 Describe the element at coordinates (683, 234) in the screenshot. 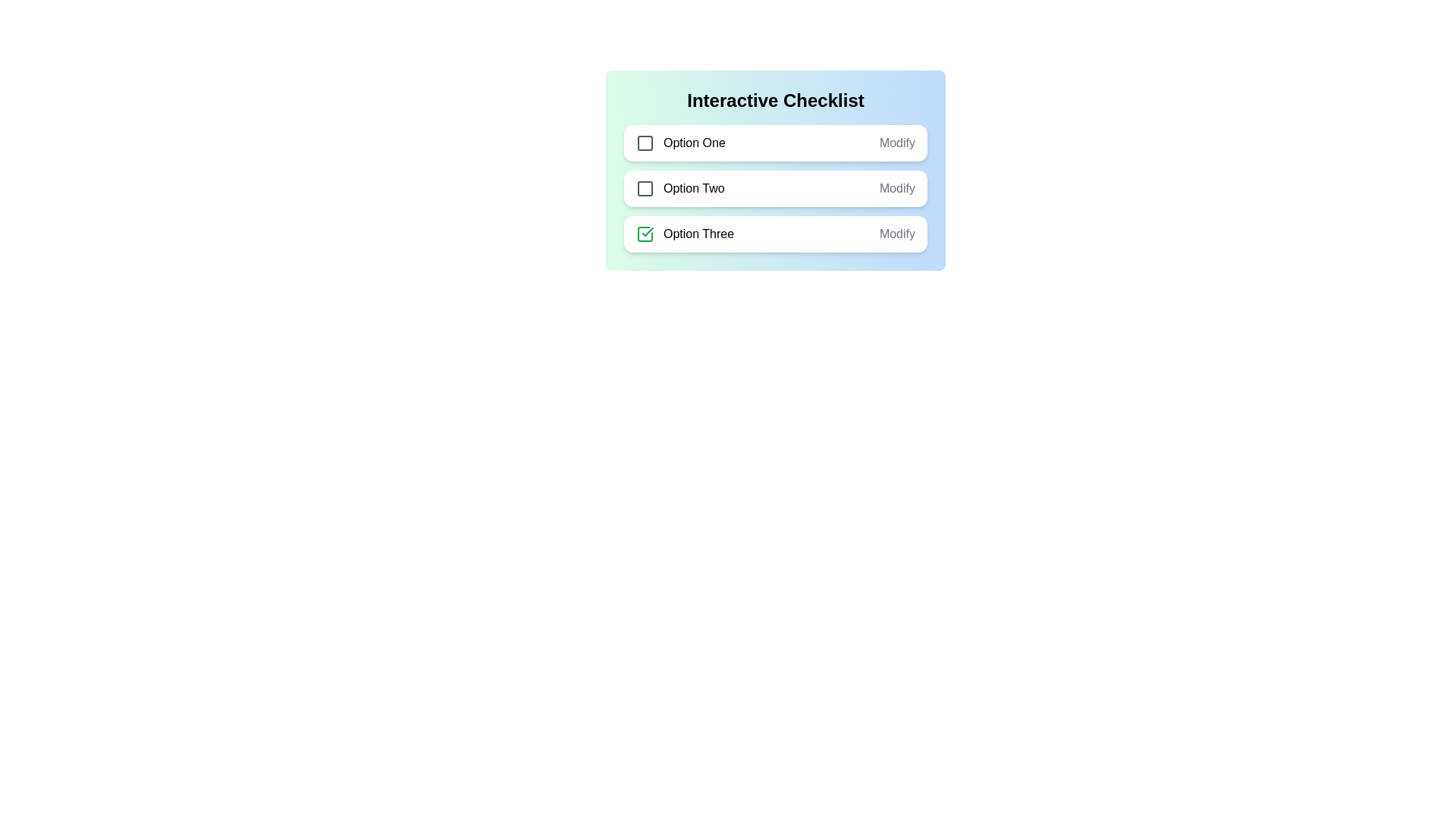

I see `the text of the list item Option Three` at that location.